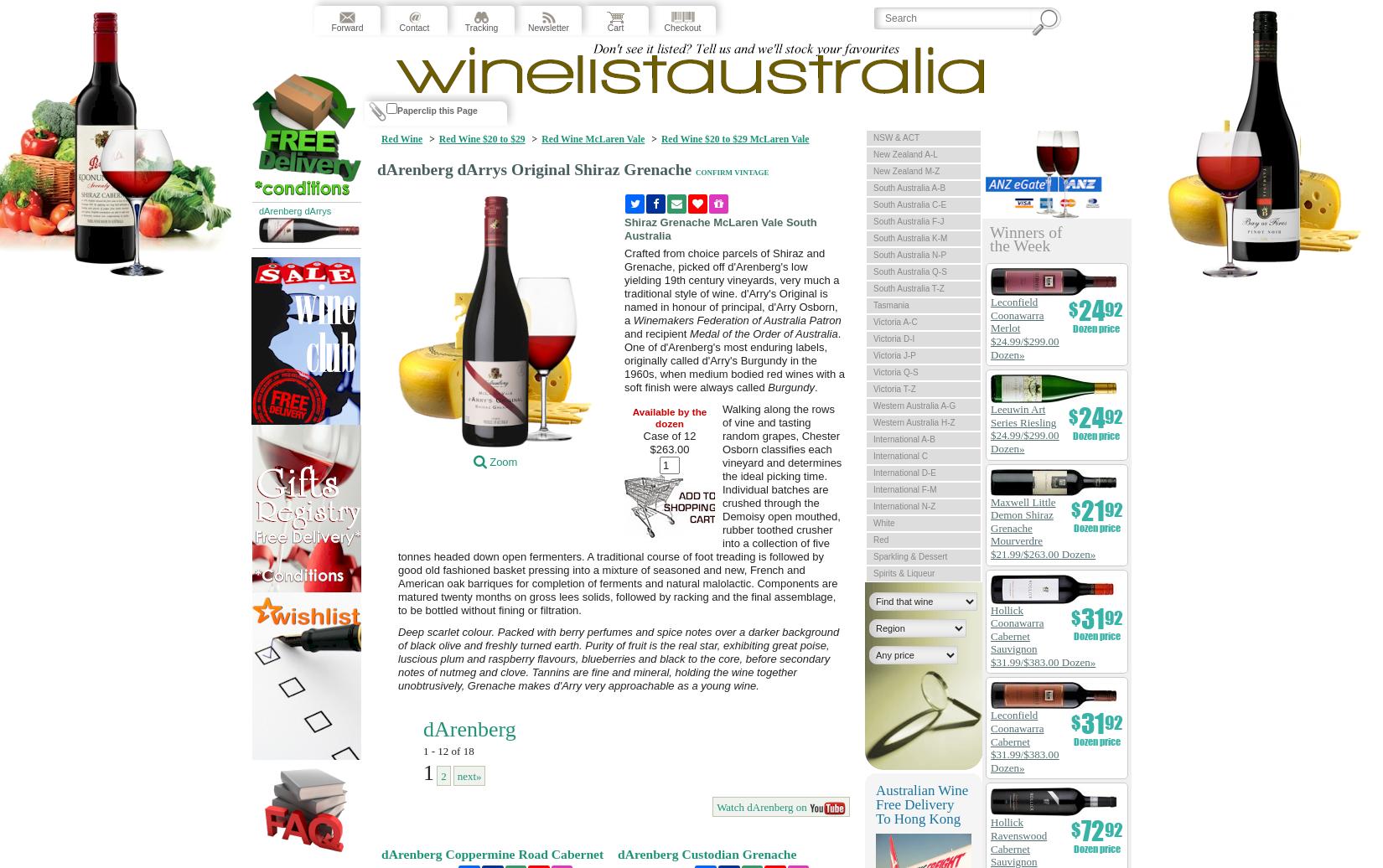  Describe the element at coordinates (623, 228) in the screenshot. I see `'McLaren Vale South Australia'` at that location.